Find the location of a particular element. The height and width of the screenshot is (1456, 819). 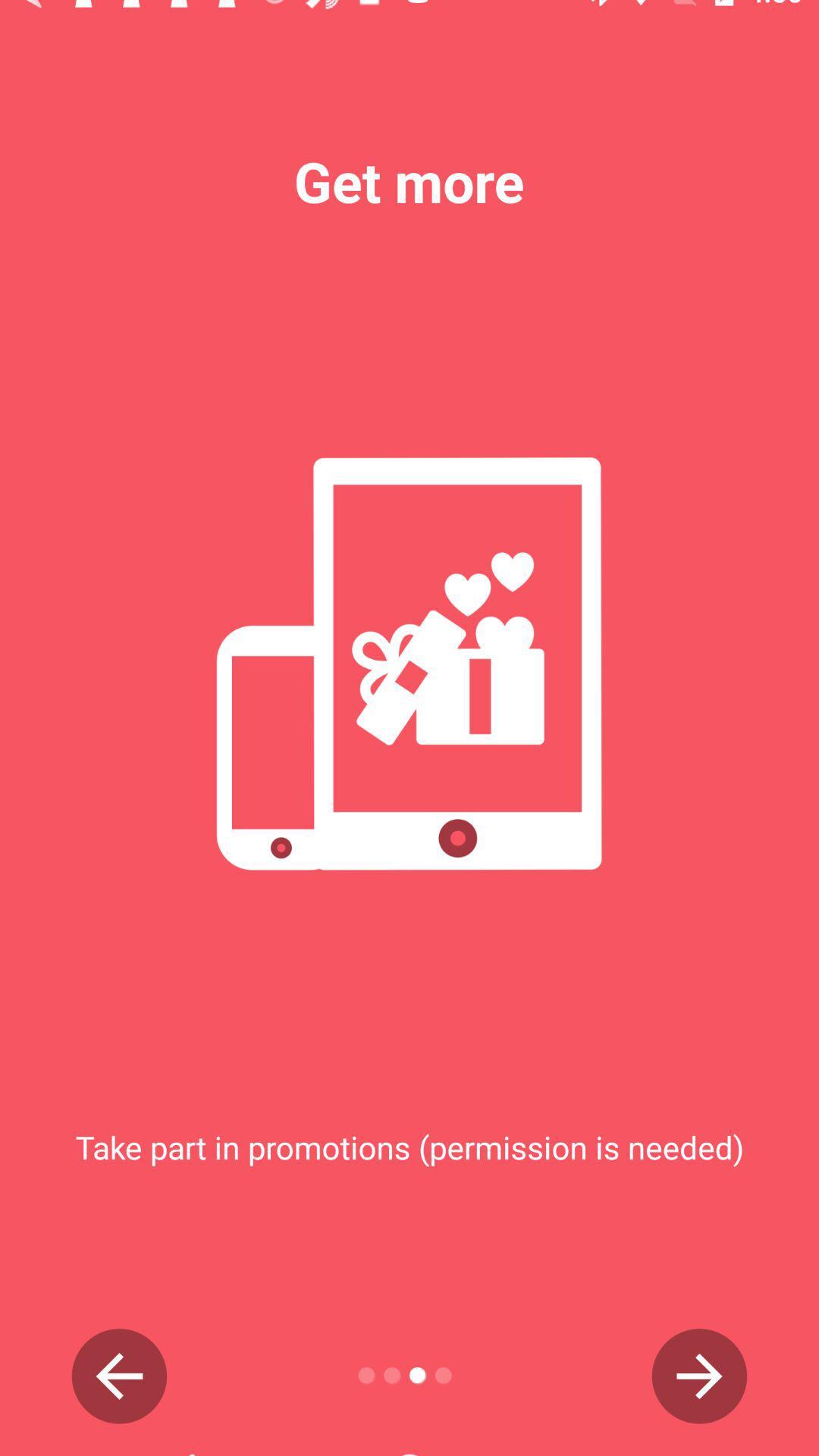

the arrow_backward icon is located at coordinates (118, 1376).